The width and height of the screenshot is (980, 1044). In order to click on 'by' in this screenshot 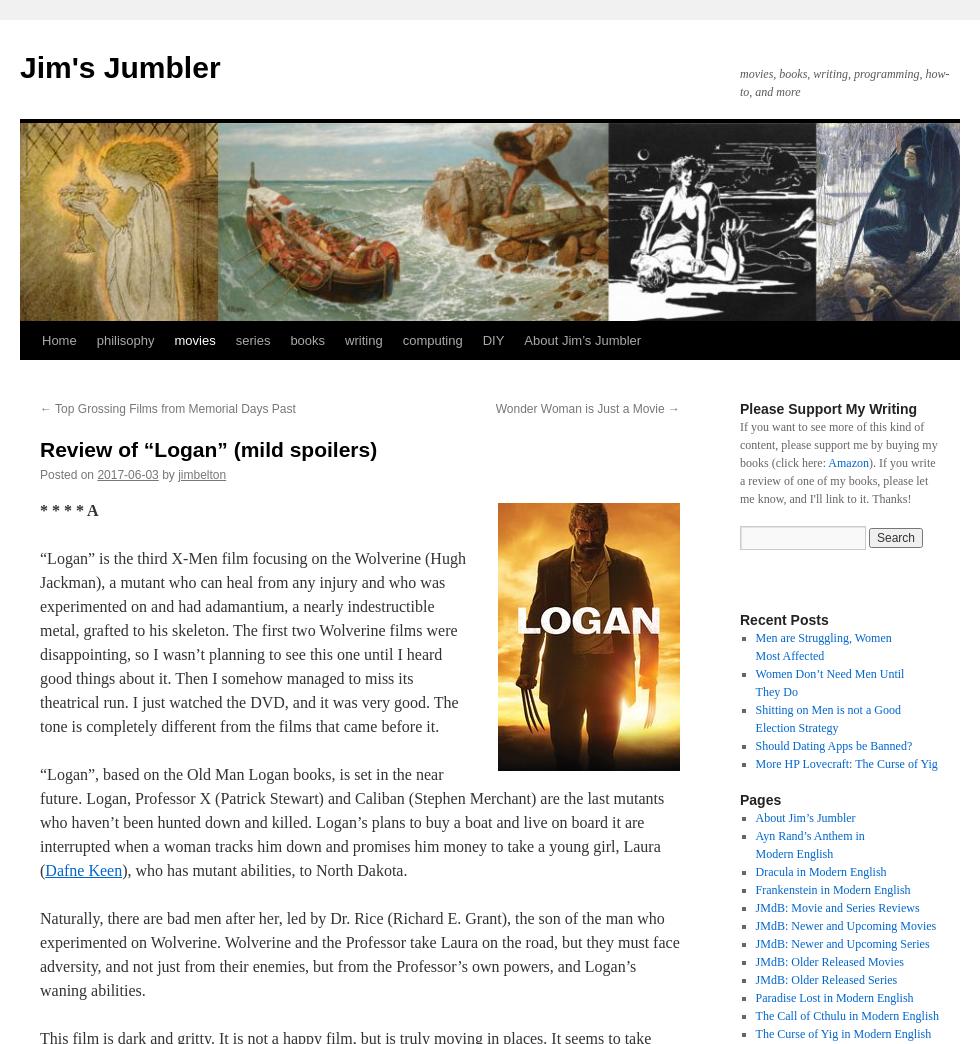, I will do `click(167, 475)`.